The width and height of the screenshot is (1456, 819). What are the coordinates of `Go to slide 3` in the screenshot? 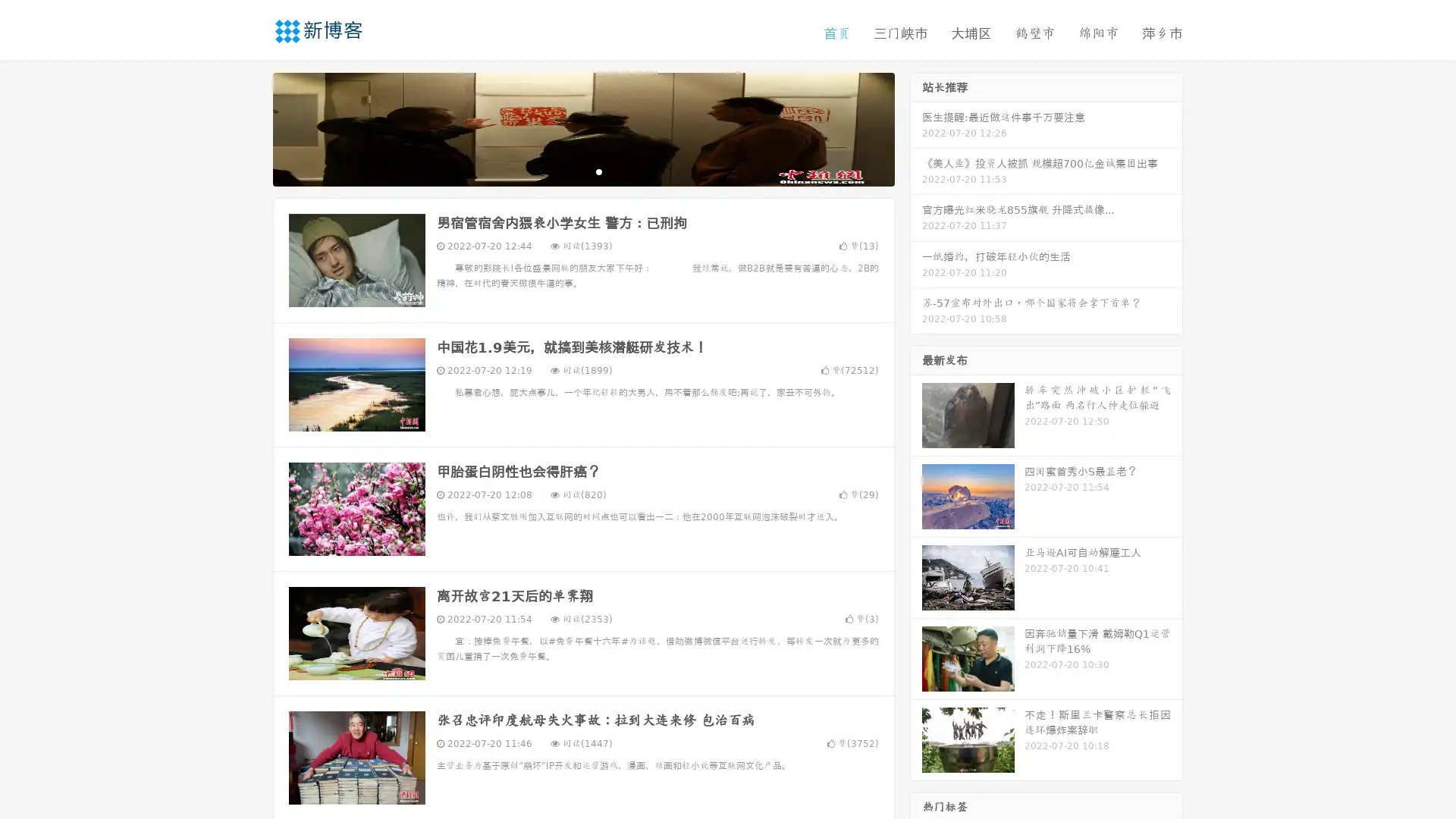 It's located at (598, 171).